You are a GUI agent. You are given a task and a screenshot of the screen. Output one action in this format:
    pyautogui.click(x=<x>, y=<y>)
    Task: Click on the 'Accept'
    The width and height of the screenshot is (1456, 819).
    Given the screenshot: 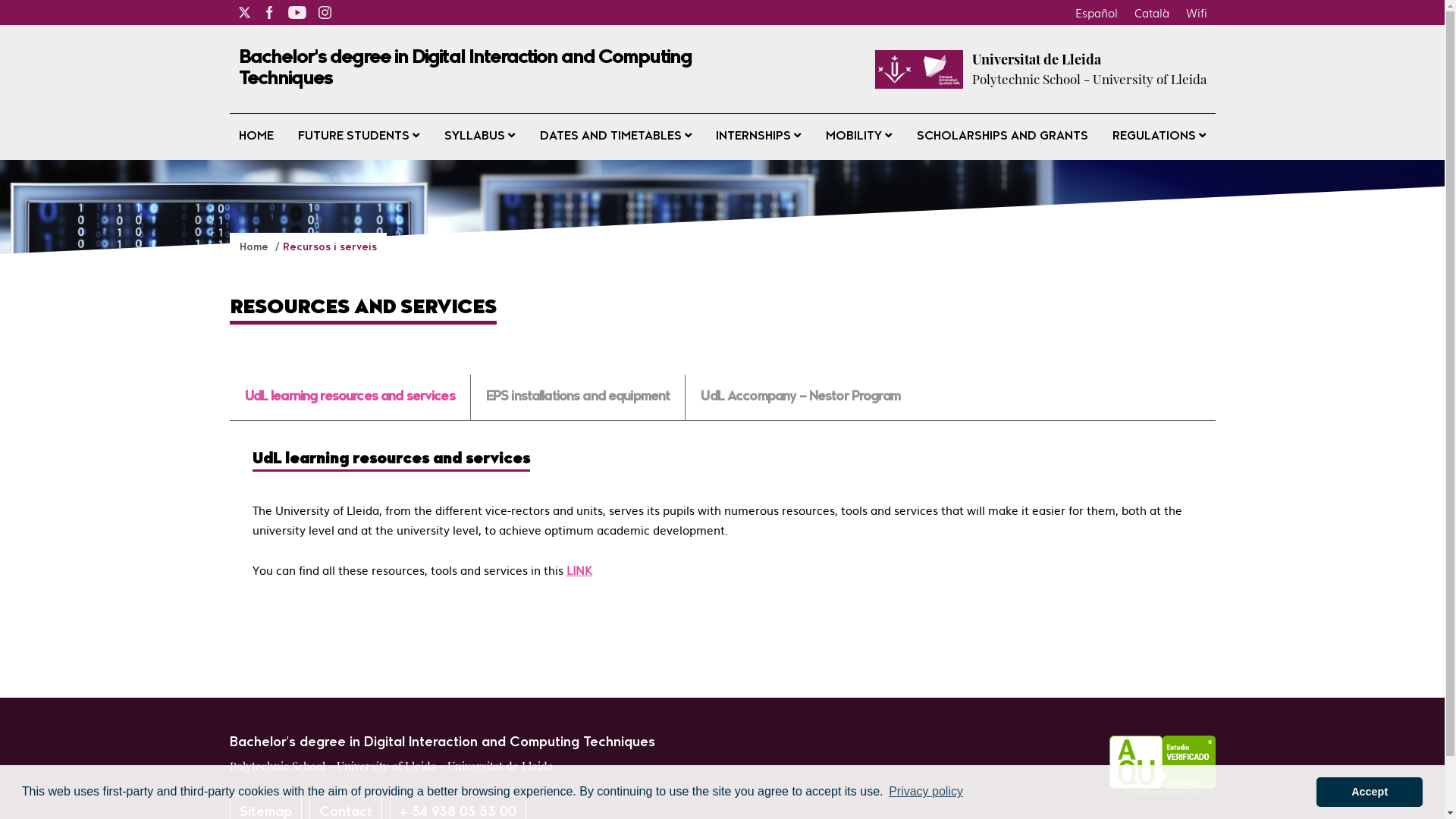 What is the action you would take?
    pyautogui.click(x=1316, y=791)
    